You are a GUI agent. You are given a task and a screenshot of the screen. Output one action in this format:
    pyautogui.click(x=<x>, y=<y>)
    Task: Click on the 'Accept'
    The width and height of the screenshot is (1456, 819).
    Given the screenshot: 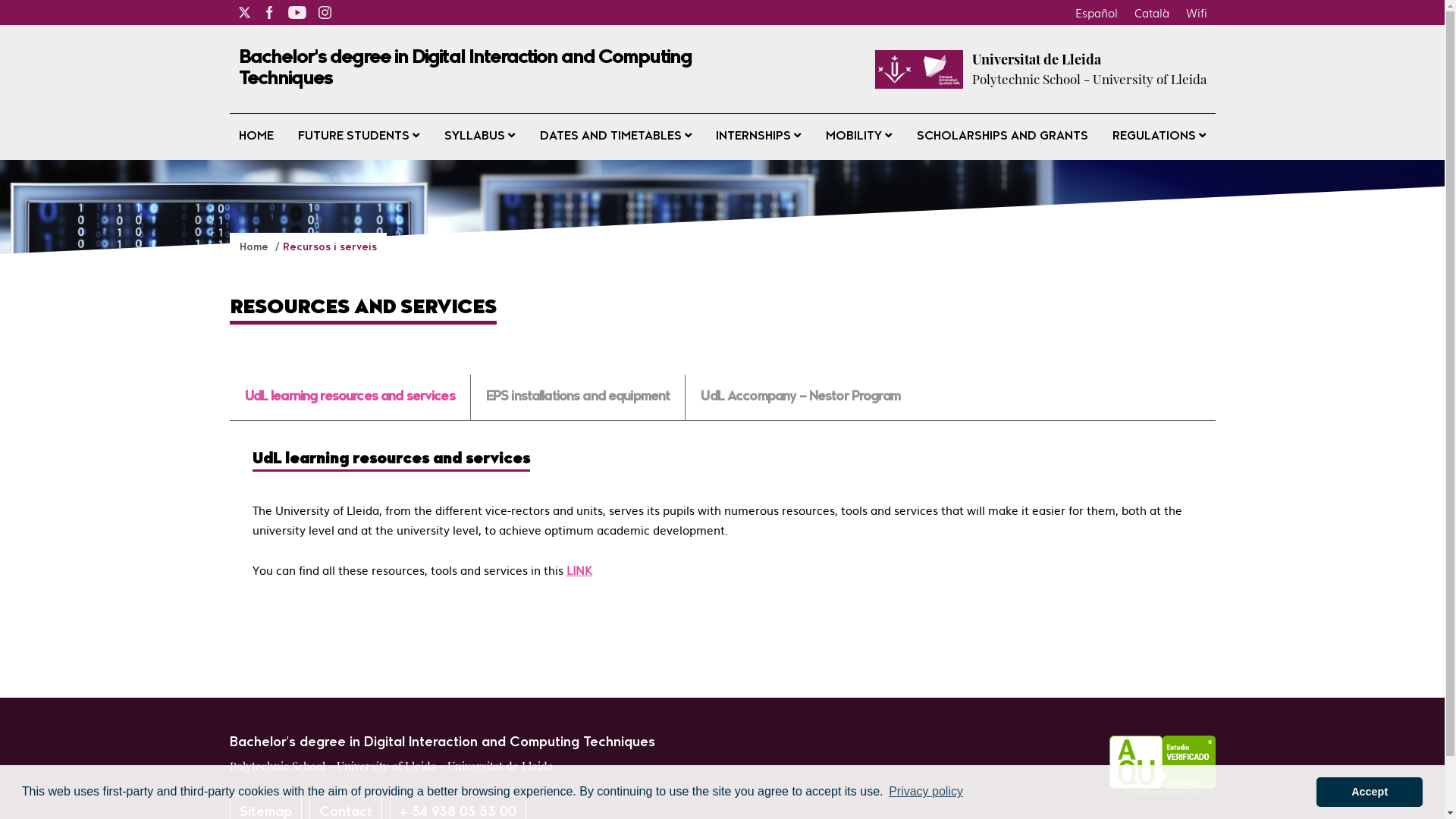 What is the action you would take?
    pyautogui.click(x=1316, y=791)
    